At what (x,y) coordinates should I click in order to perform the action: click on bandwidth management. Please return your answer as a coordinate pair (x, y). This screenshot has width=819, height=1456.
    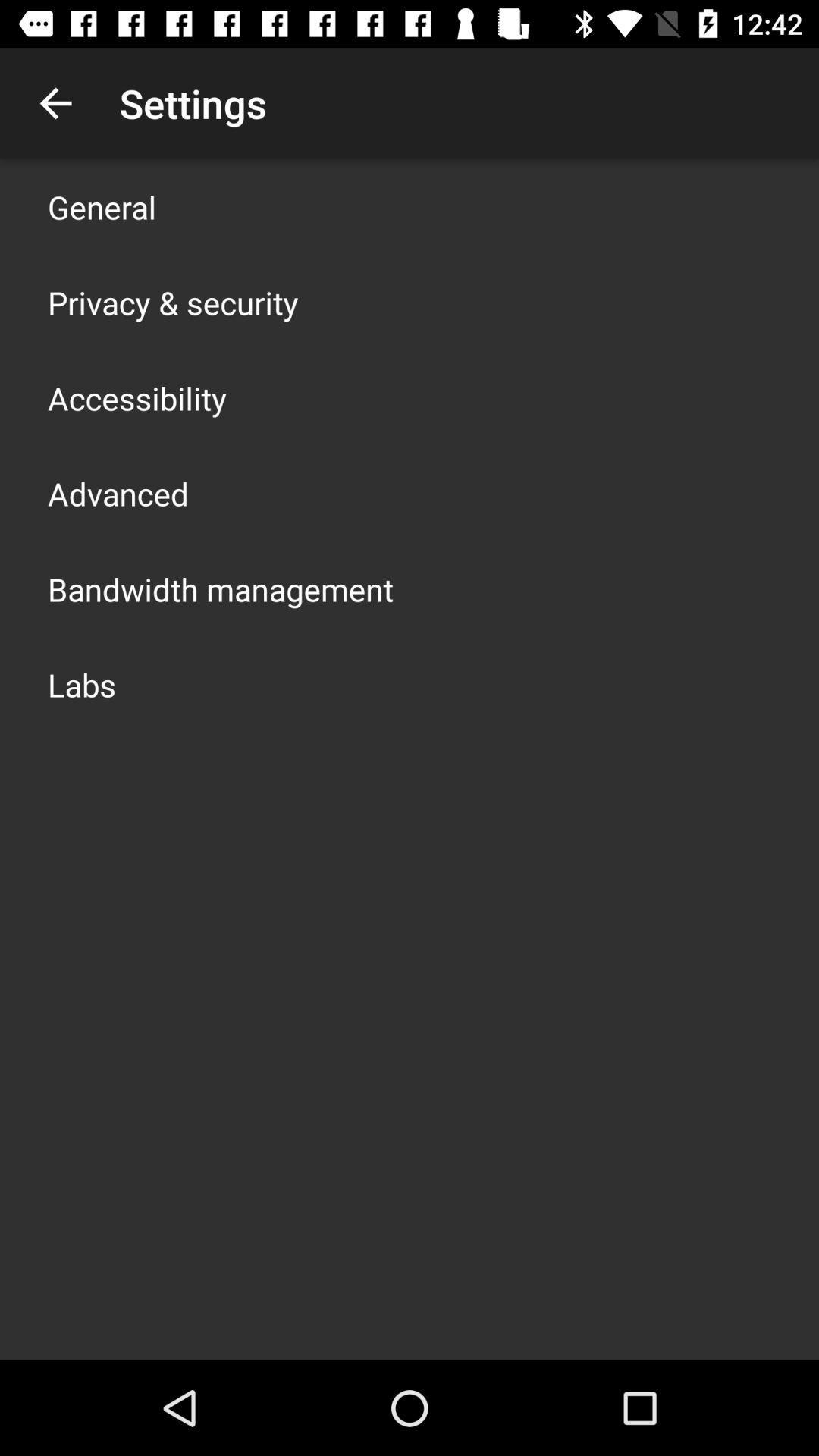
    Looking at the image, I should click on (220, 588).